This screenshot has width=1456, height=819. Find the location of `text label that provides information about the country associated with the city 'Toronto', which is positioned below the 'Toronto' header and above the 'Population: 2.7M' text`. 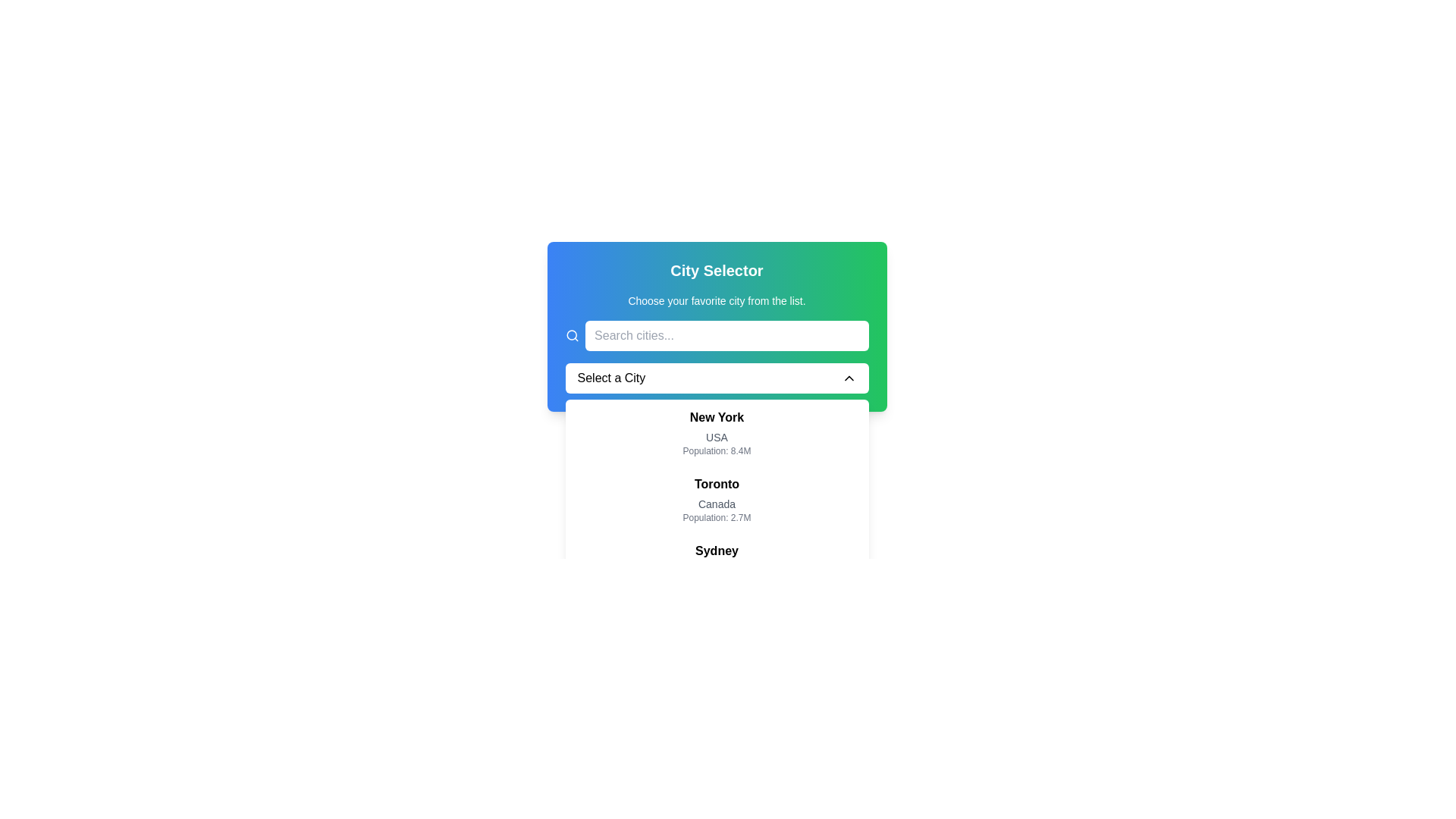

text label that provides information about the country associated with the city 'Toronto', which is positioned below the 'Toronto' header and above the 'Population: 2.7M' text is located at coordinates (716, 504).